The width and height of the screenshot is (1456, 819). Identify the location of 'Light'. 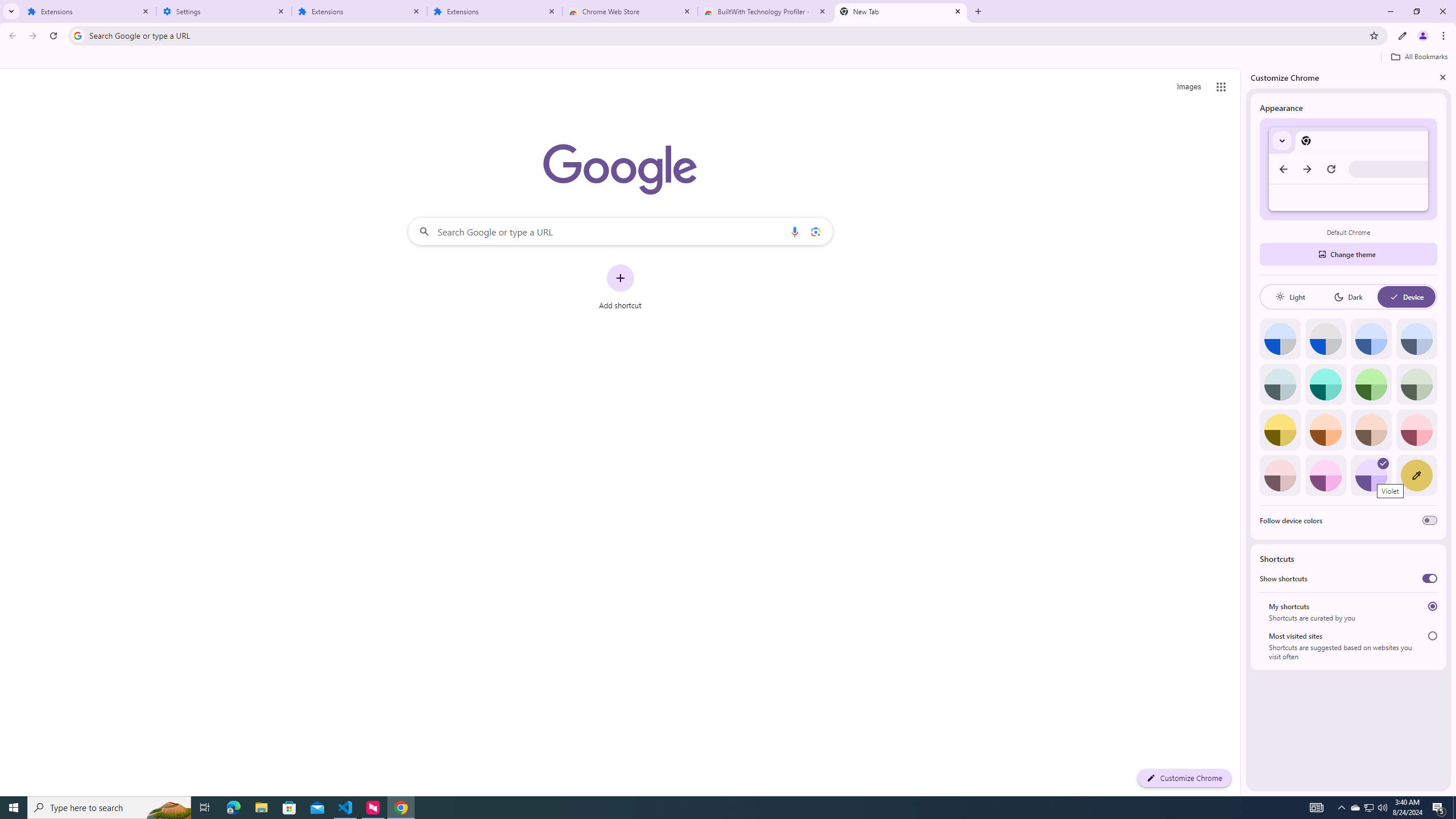
(1289, 296).